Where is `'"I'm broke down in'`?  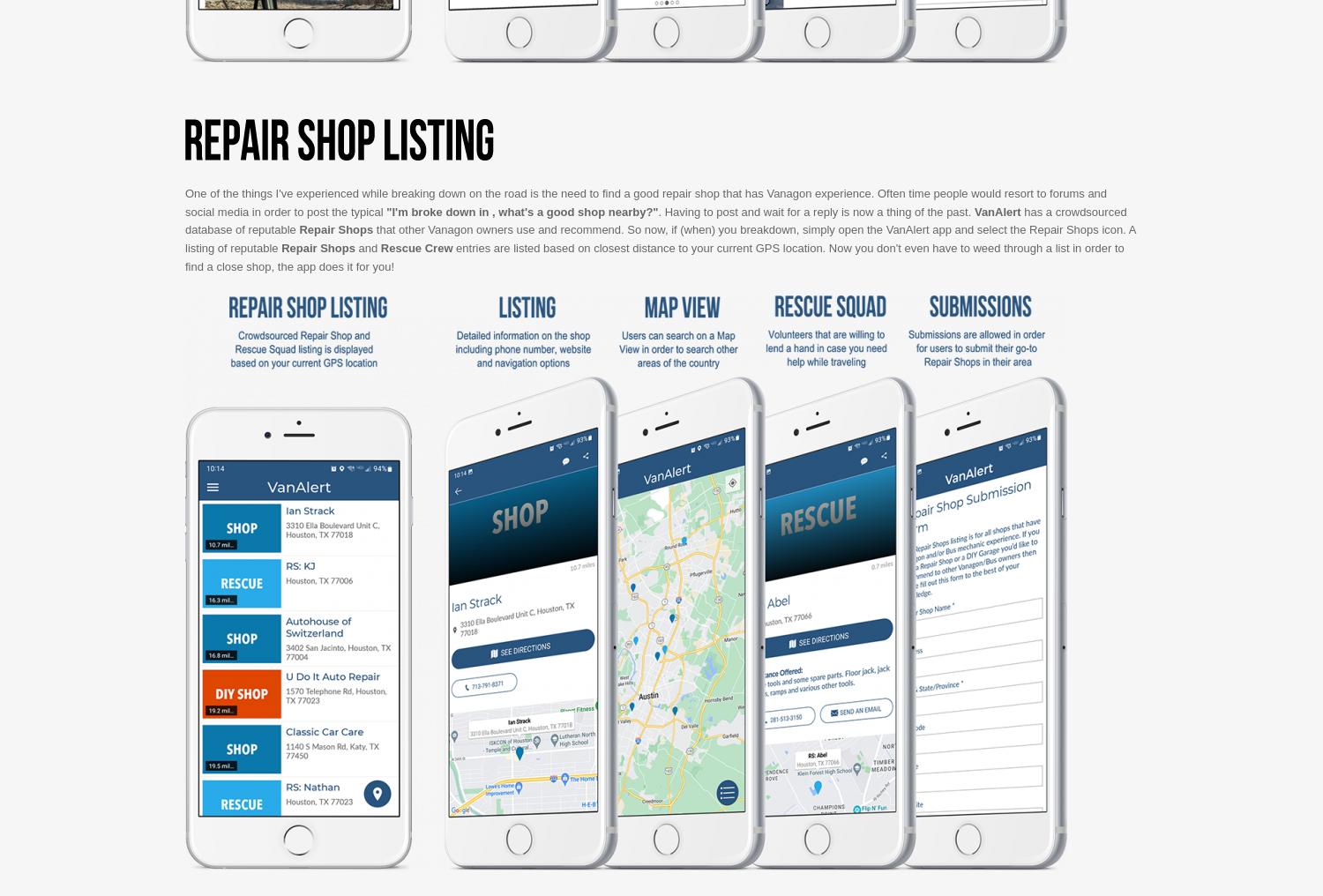 '"I'm broke down in' is located at coordinates (386, 211).